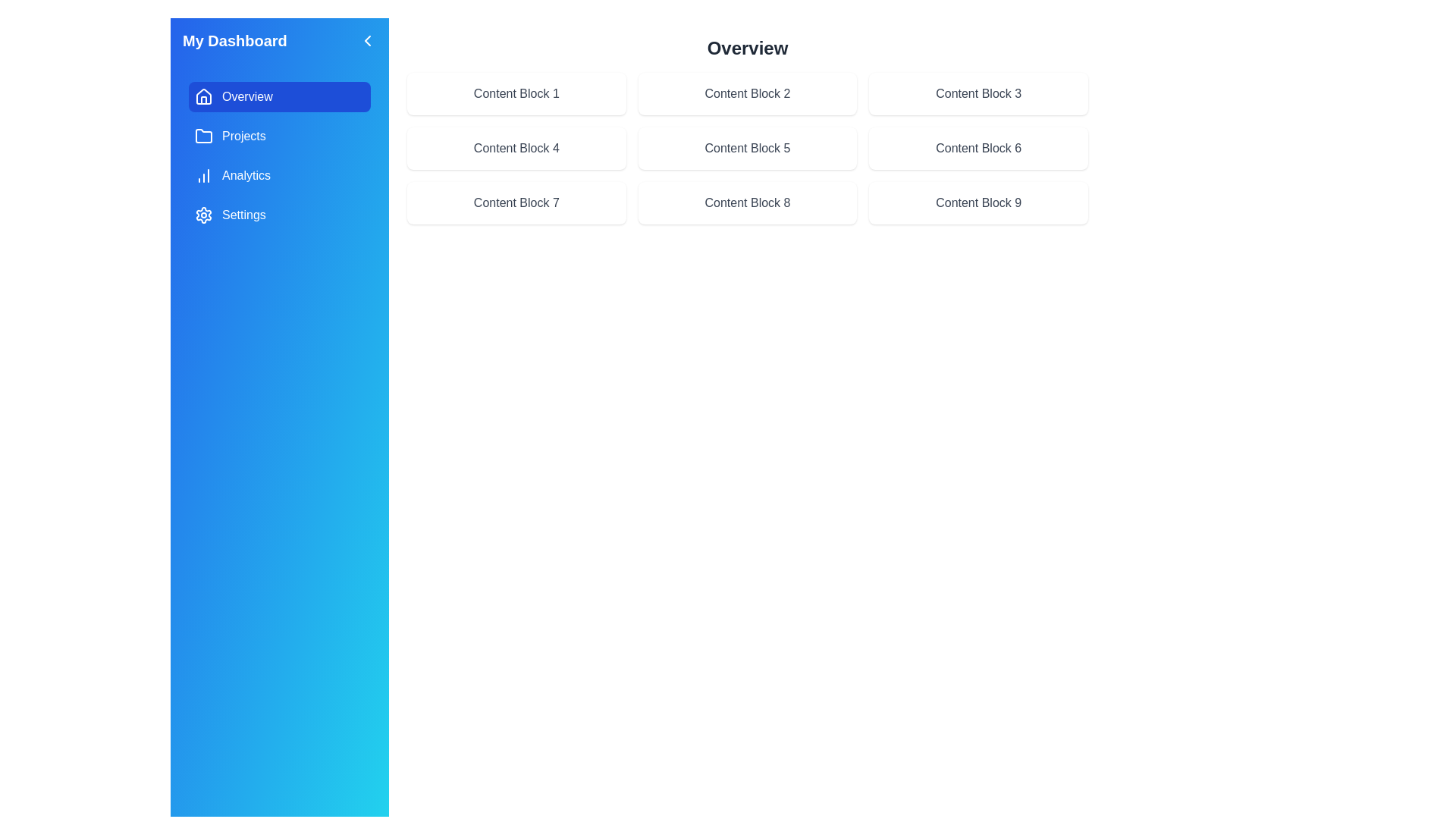 This screenshot has width=1456, height=819. What do you see at coordinates (280, 174) in the screenshot?
I see `the menu item Analytics in the sidebar` at bounding box center [280, 174].